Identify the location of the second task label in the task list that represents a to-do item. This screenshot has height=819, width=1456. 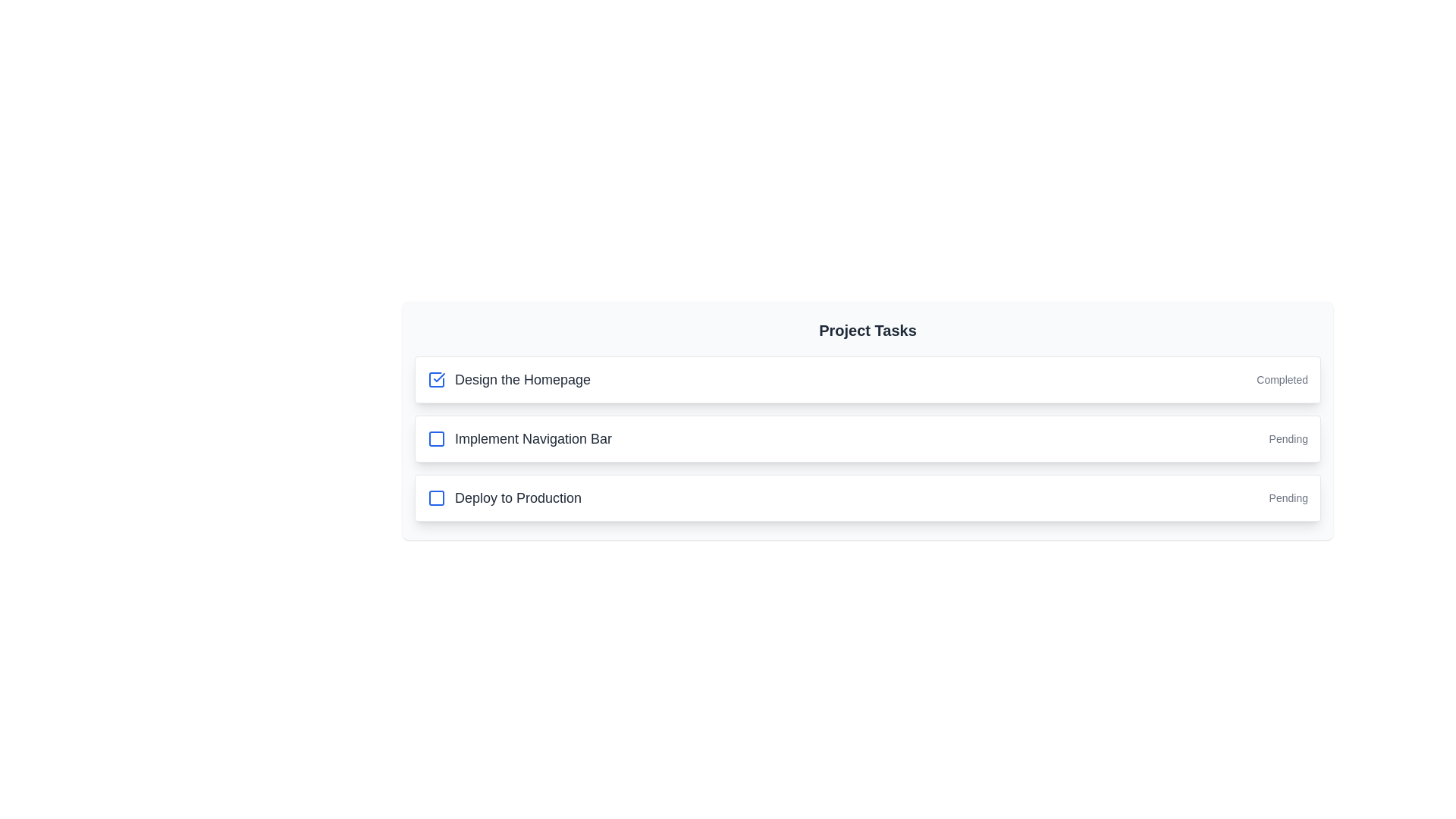
(519, 438).